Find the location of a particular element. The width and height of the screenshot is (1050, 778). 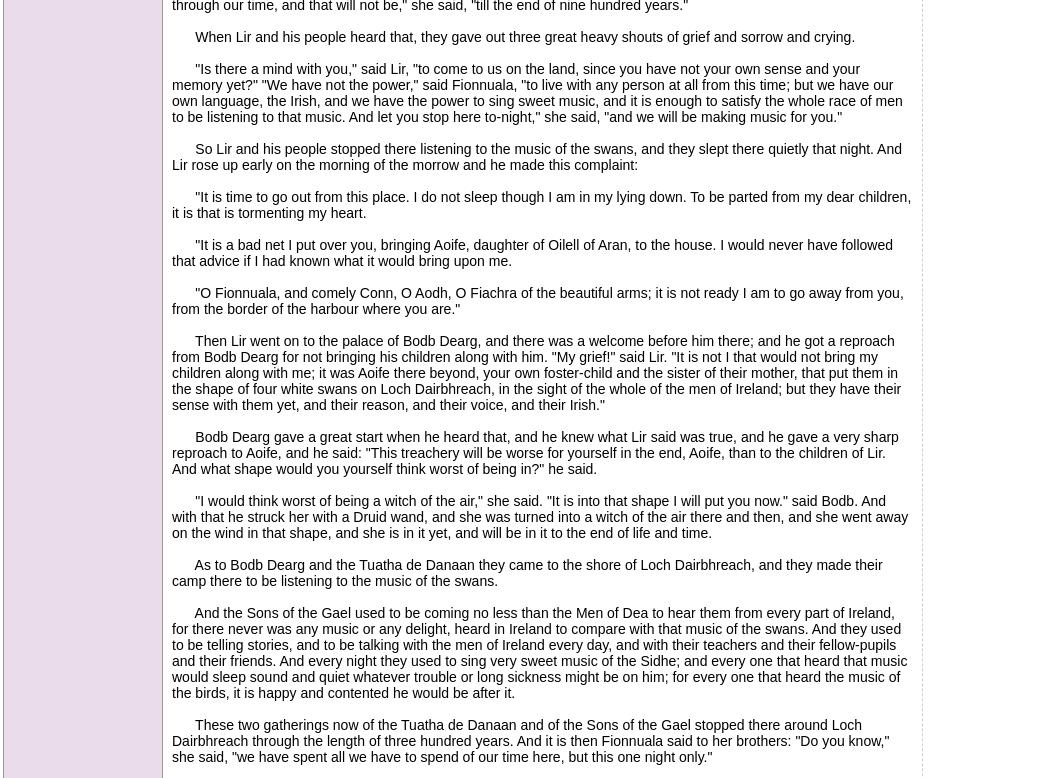

'These two gatherings now of the Tuatha de Danaan and of the Sons of the Gael stopped there around Loch Dairbhreach through the length of three hundred years. And it is then Fionnuala said to her brothers: "Do you know," she said, "we have spent all we have to spend of our time here, but this one night only."' is located at coordinates (530, 739).